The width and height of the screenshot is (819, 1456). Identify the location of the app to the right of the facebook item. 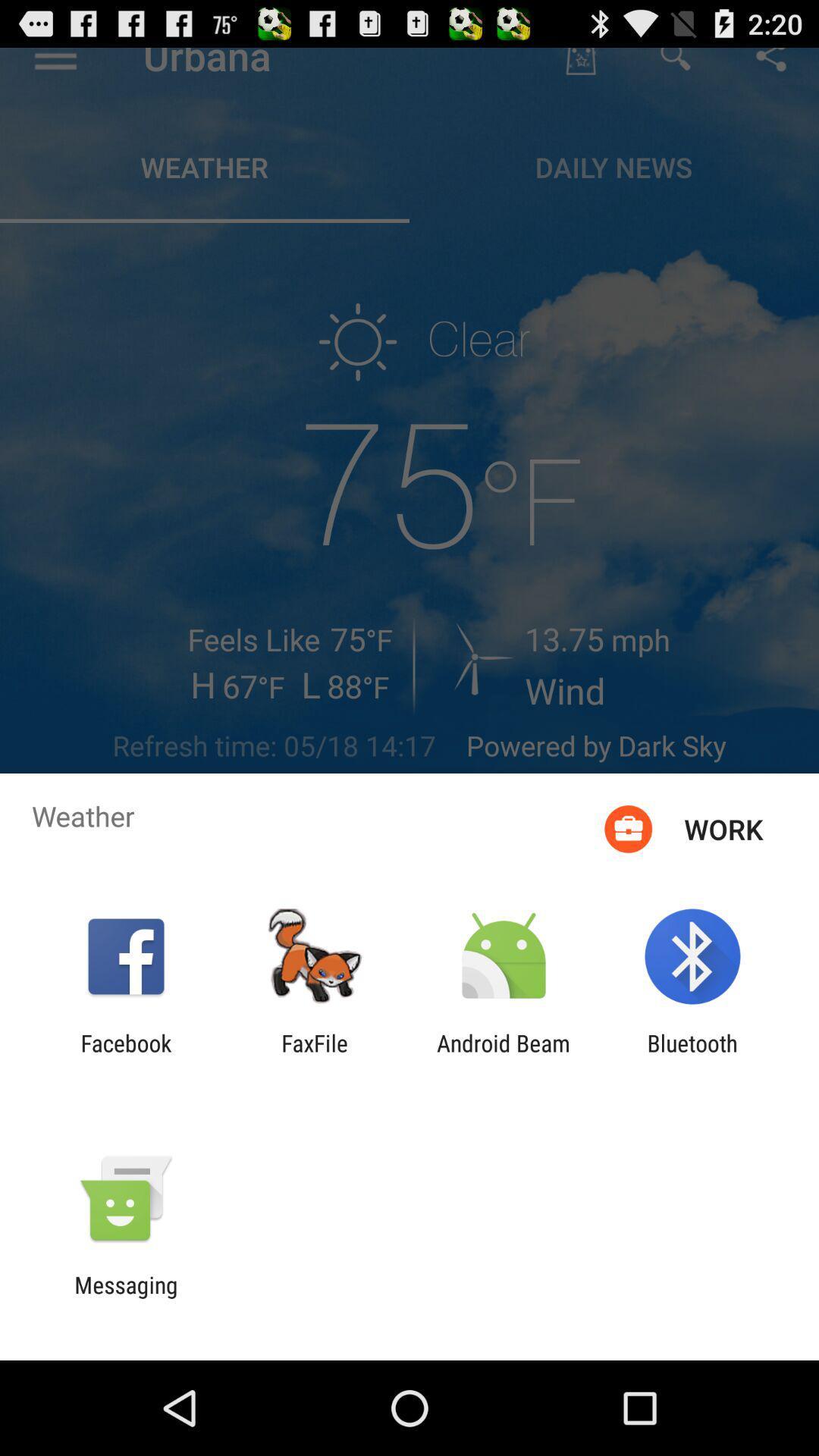
(314, 1056).